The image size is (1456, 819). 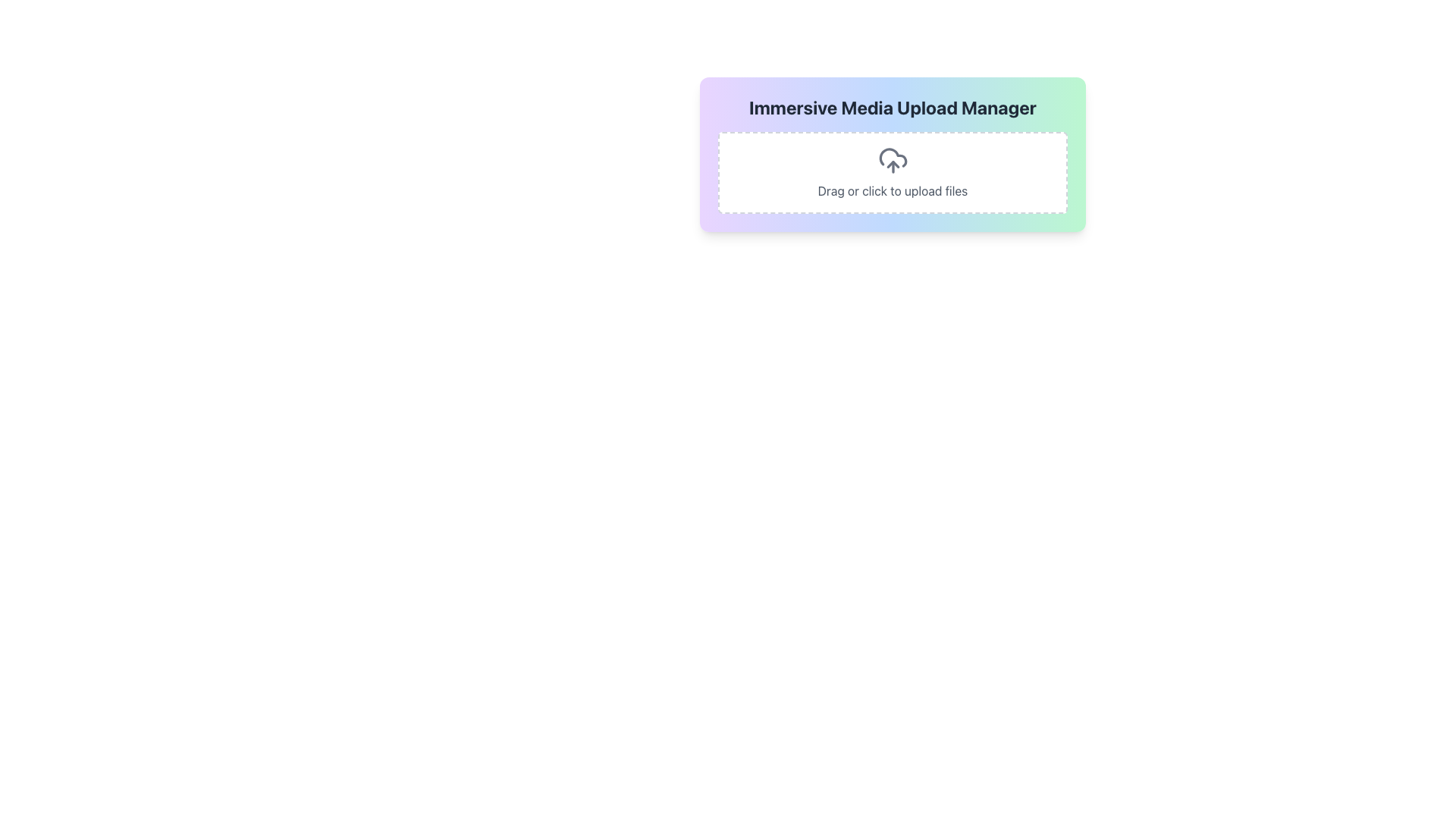 I want to click on the File Upload Panel with a gradient background transitioning from purple to green and a white dashed border, so click(x=893, y=155).